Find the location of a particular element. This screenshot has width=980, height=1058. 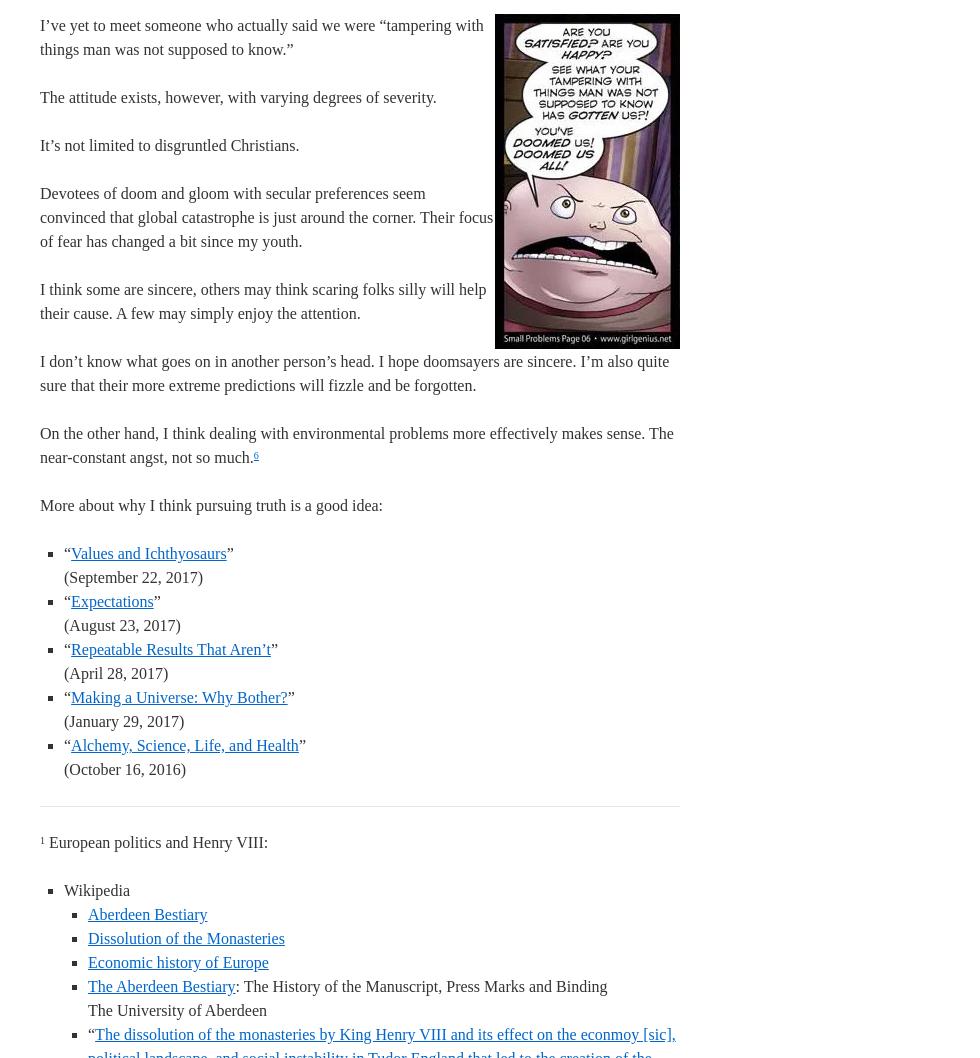

'Dissolution of the Monasteries' is located at coordinates (186, 938).